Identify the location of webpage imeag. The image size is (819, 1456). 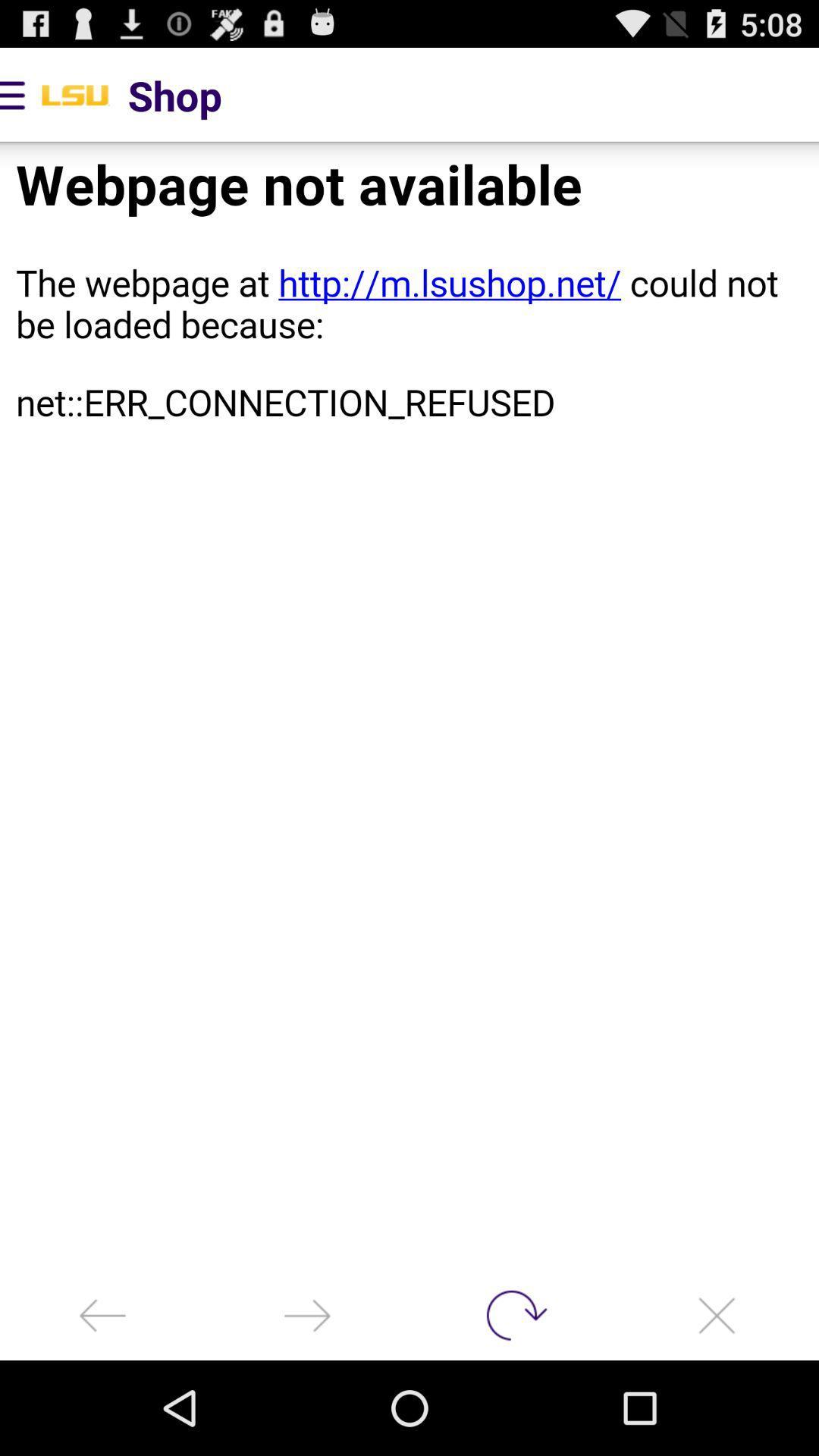
(409, 706).